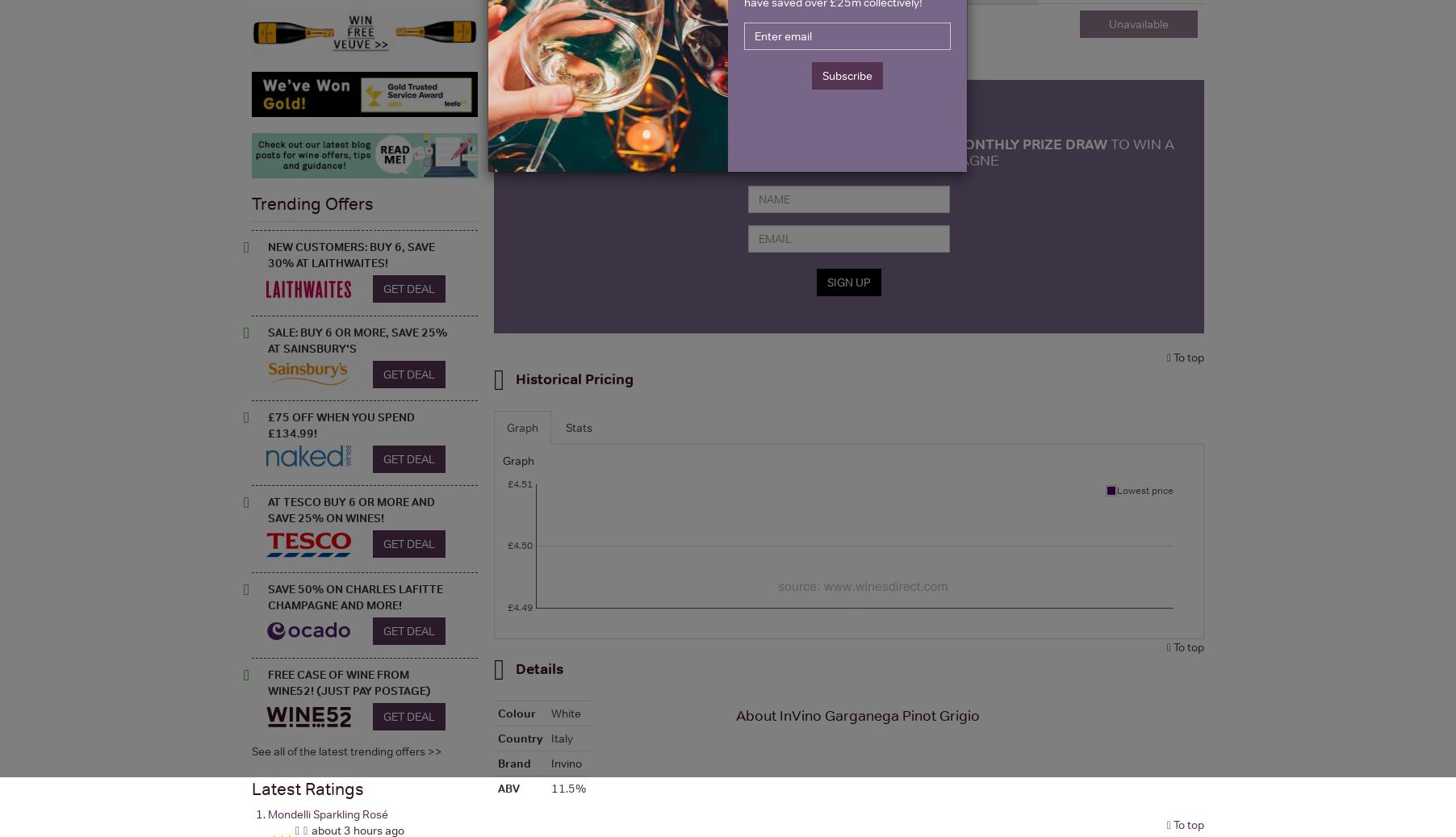  Describe the element at coordinates (847, 74) in the screenshot. I see `'Subscribe'` at that location.